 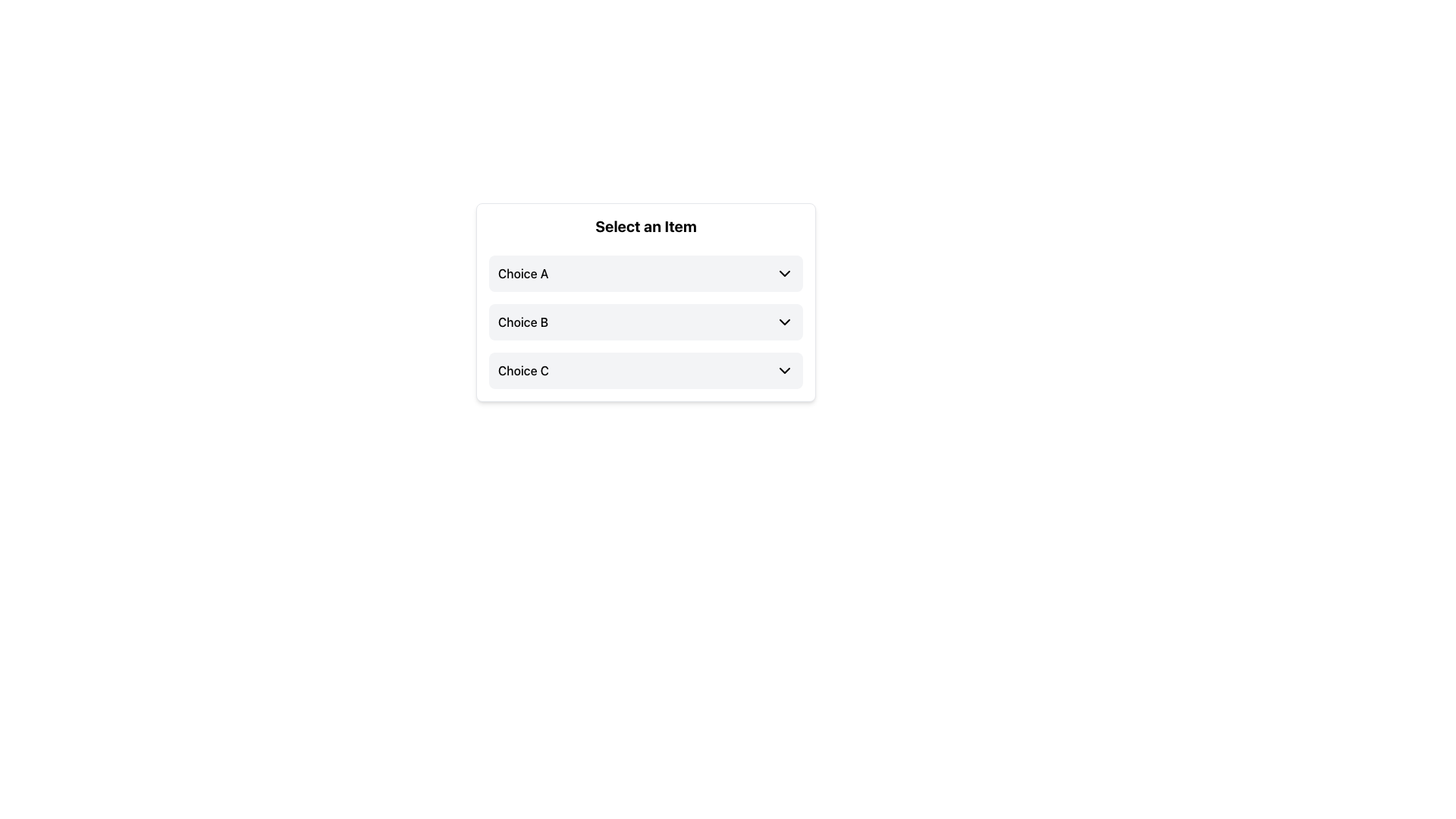 What do you see at coordinates (785, 274) in the screenshot?
I see `the dropdown trigger button located at the far-right side of the 'Choice A' row` at bounding box center [785, 274].